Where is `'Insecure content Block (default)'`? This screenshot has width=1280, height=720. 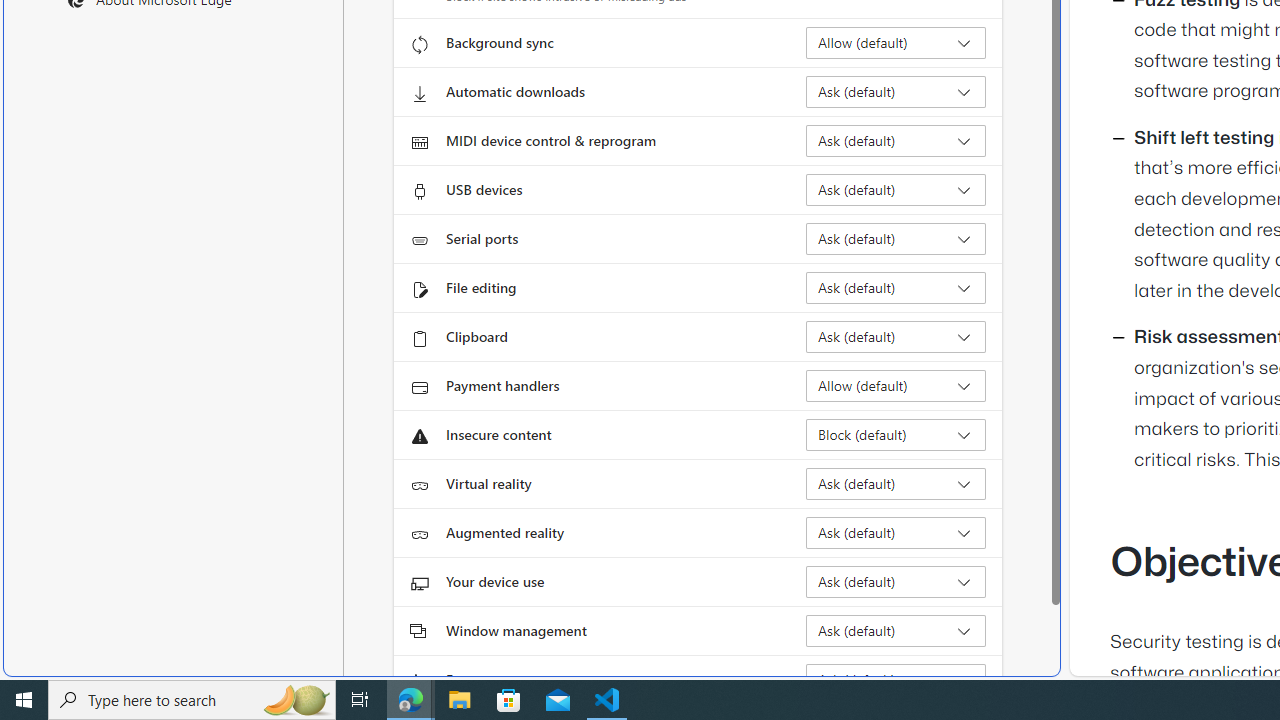
'Insecure content Block (default)' is located at coordinates (895, 433).